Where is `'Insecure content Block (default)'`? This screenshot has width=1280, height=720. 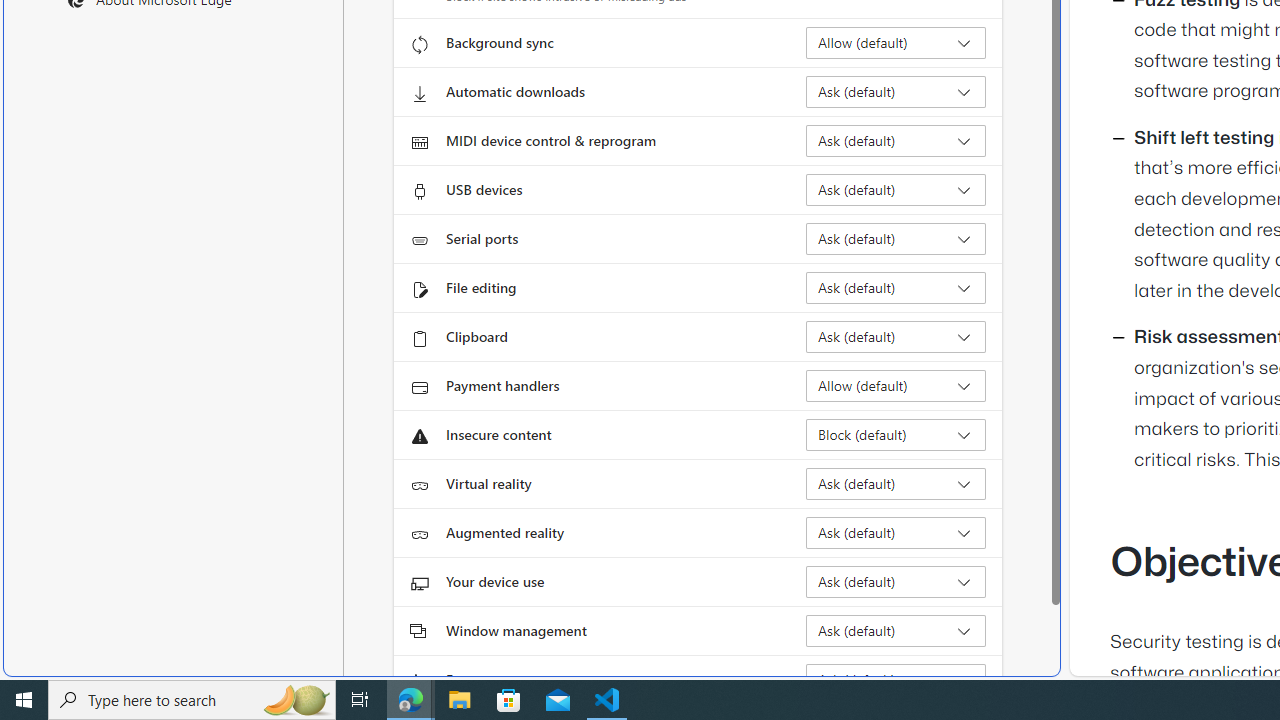
'Insecure content Block (default)' is located at coordinates (895, 433).